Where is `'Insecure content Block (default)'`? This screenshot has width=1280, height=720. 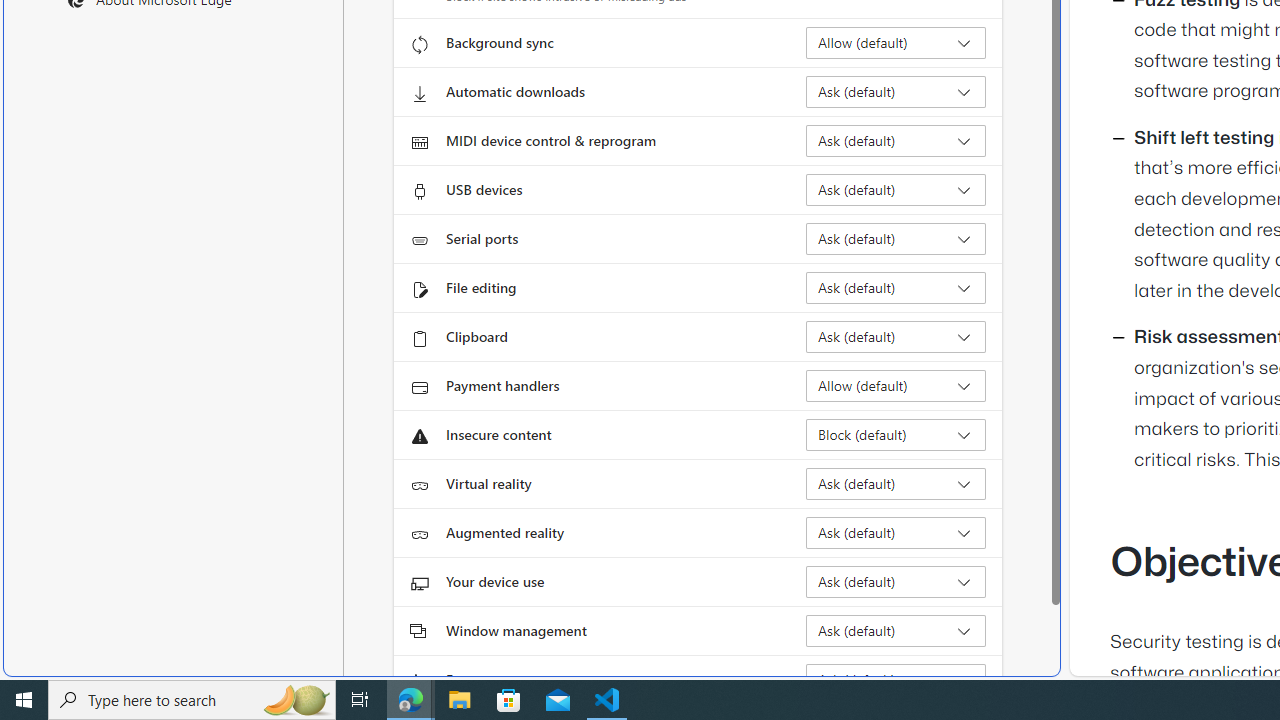
'Insecure content Block (default)' is located at coordinates (895, 433).